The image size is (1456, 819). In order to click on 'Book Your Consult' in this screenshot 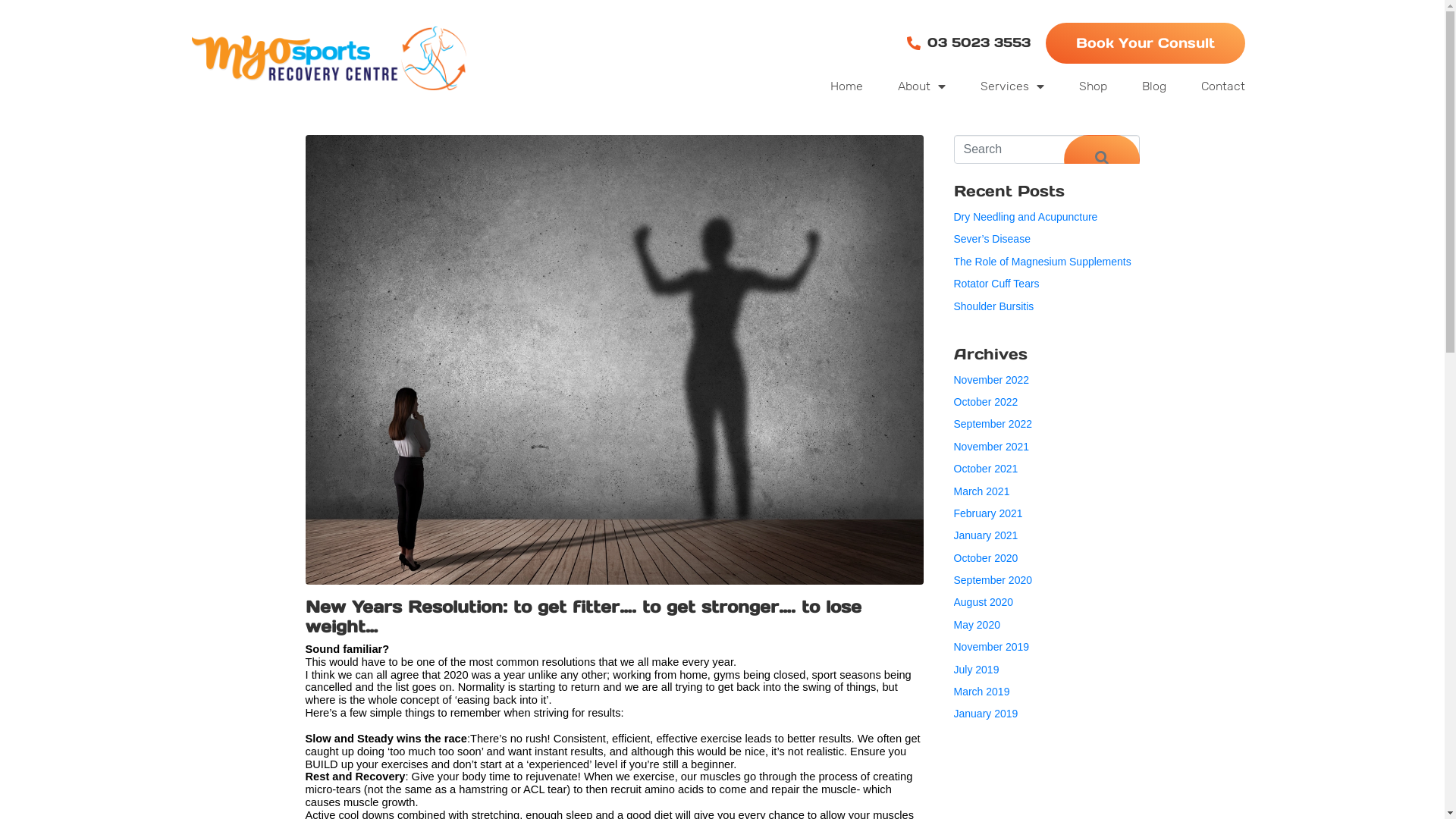, I will do `click(1145, 42)`.